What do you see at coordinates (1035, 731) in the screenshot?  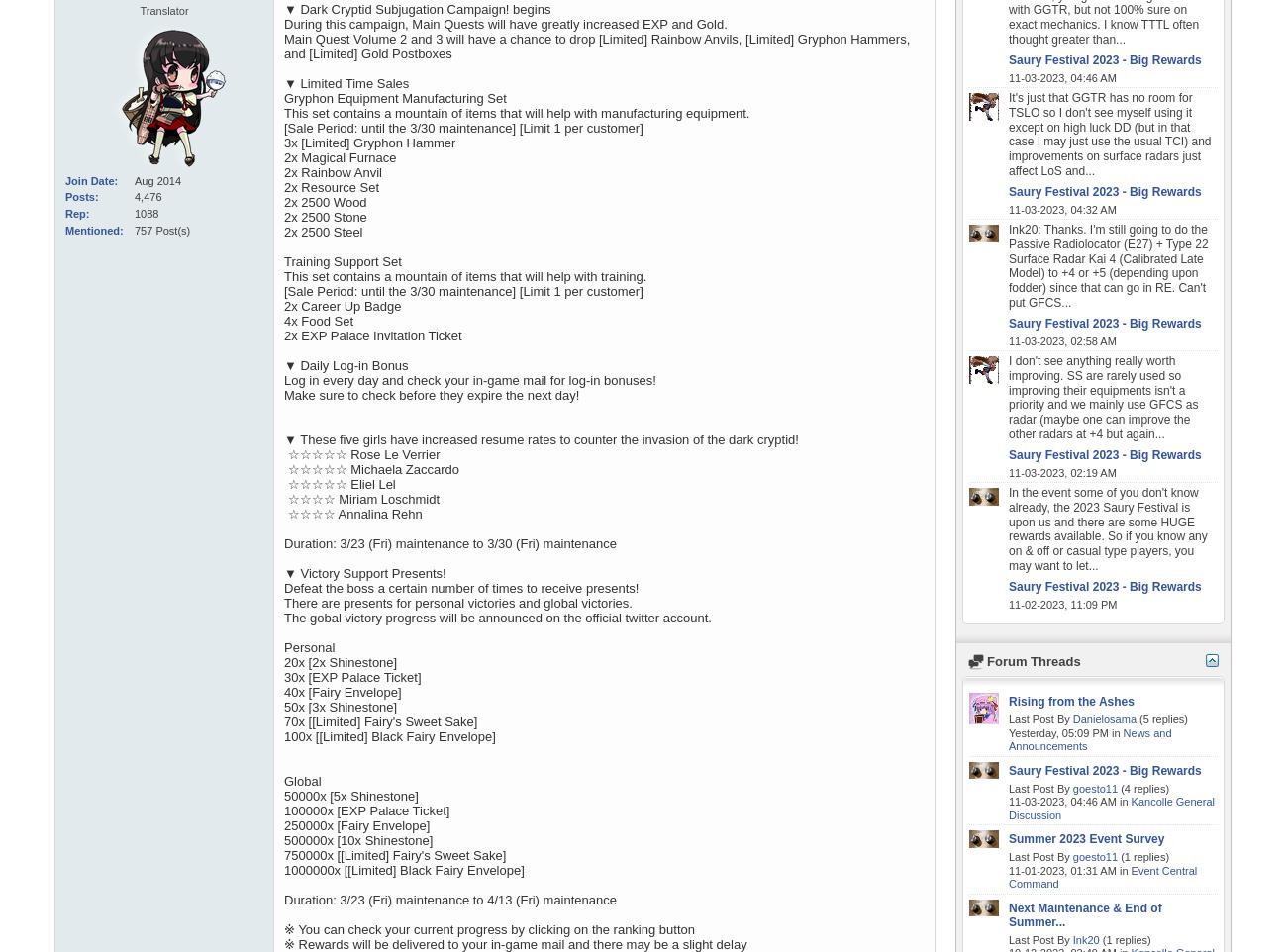 I see `'Yesterday,'` at bounding box center [1035, 731].